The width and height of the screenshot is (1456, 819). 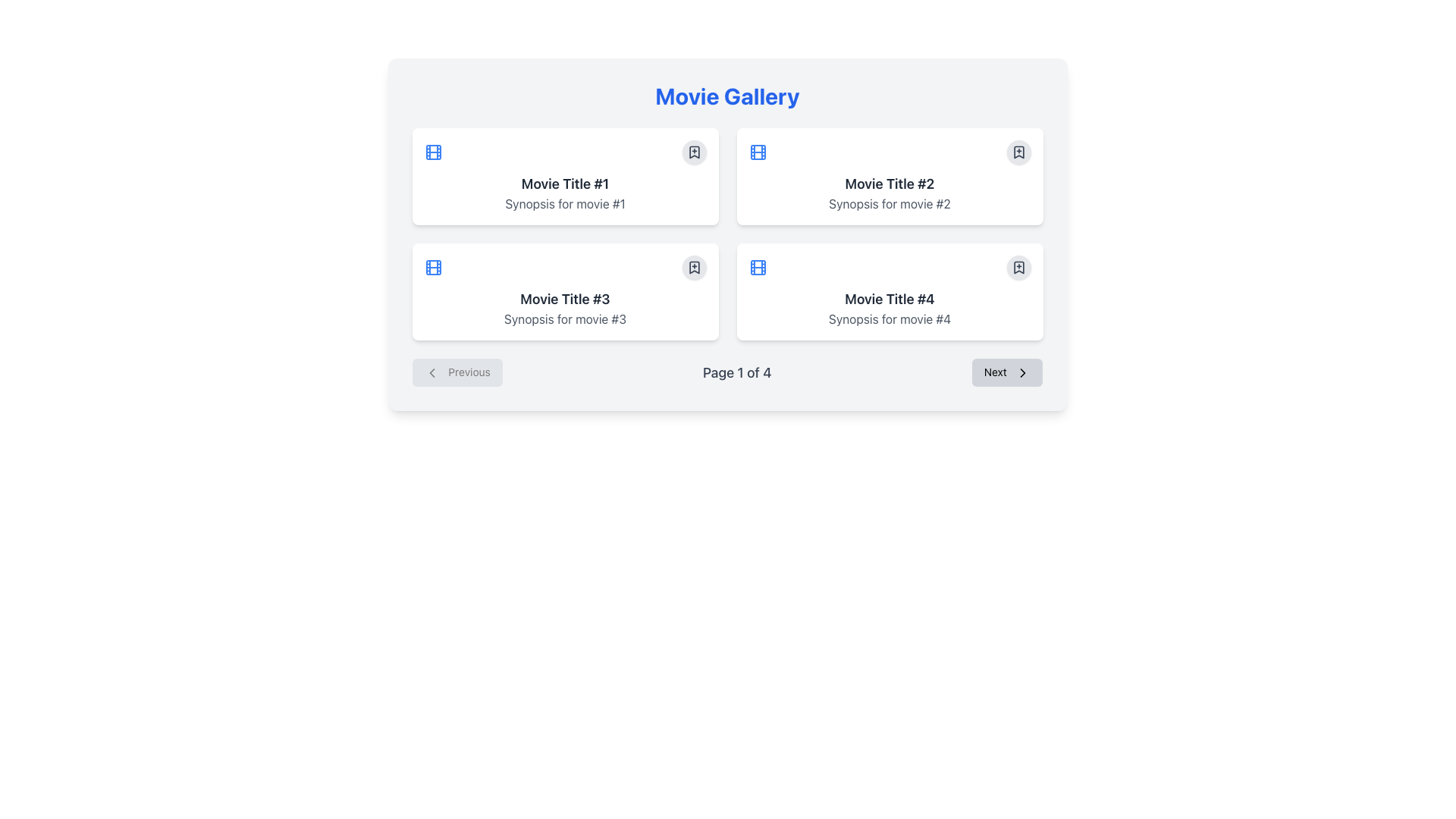 I want to click on text from the Text Label displaying 'Movie Title #4' located in the lower-right card of the grid layout, positioned above the synopsis text, so click(x=890, y=299).